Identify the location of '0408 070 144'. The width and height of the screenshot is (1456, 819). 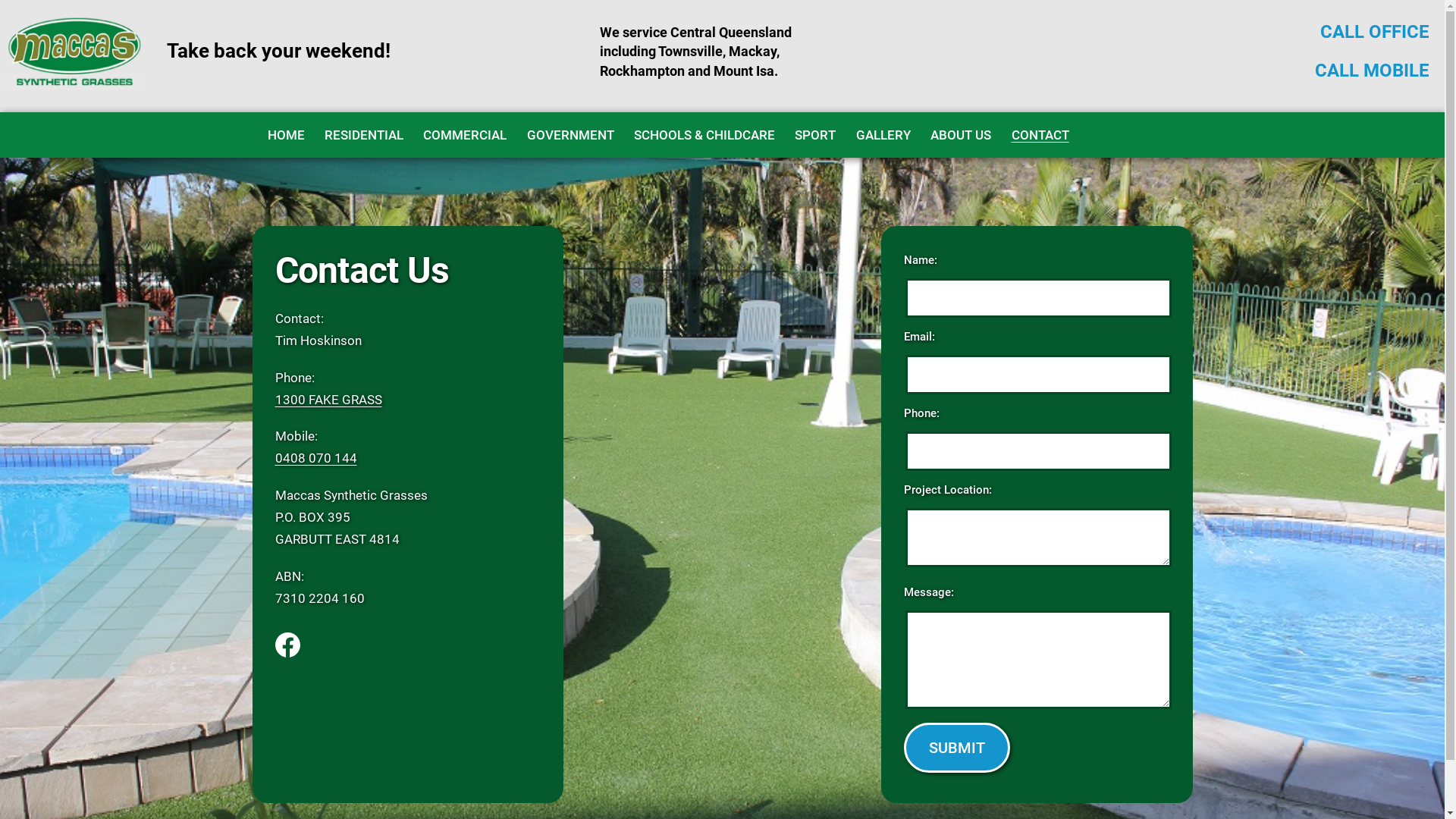
(315, 457).